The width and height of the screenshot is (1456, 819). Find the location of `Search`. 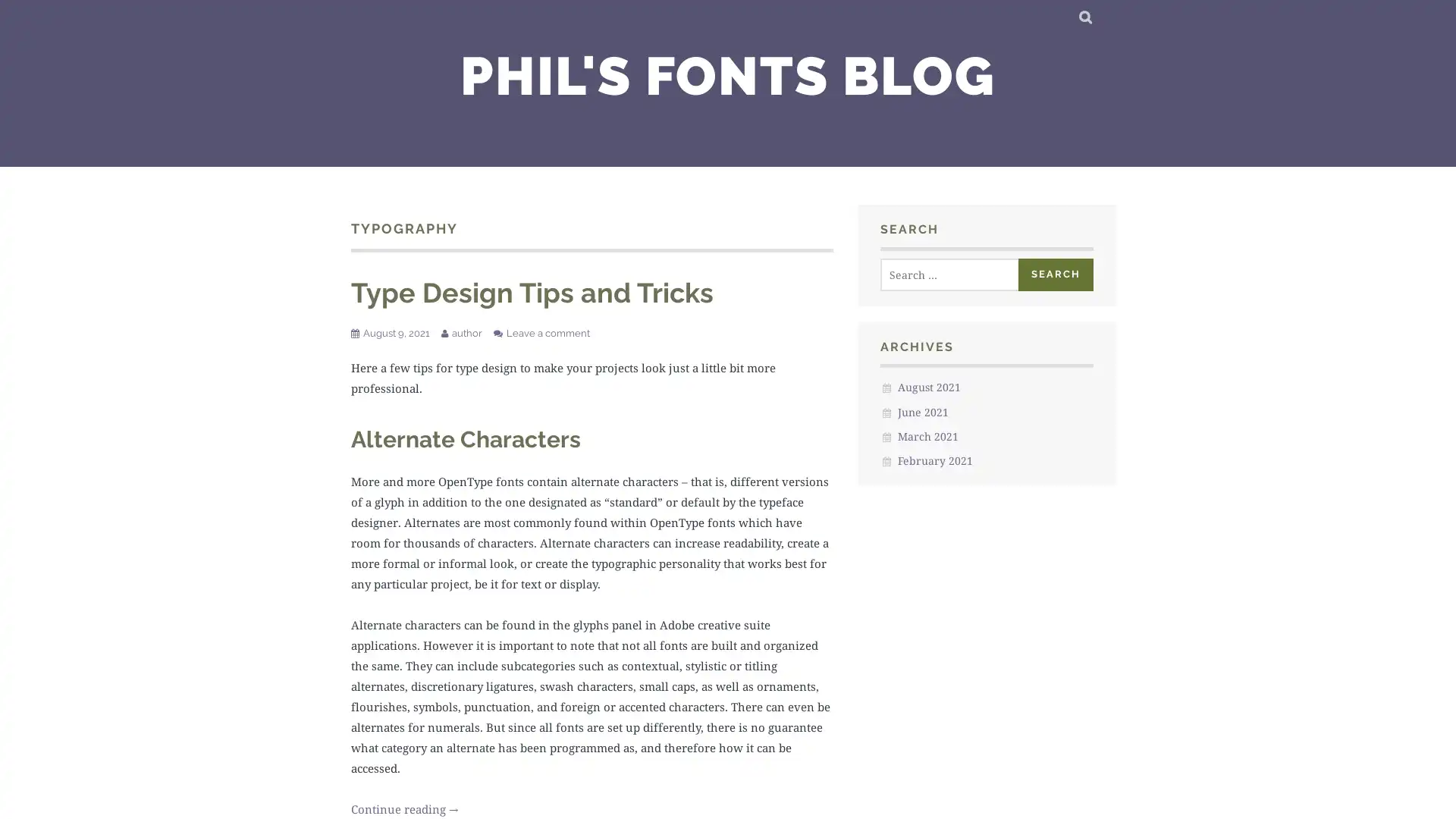

Search is located at coordinates (1055, 274).